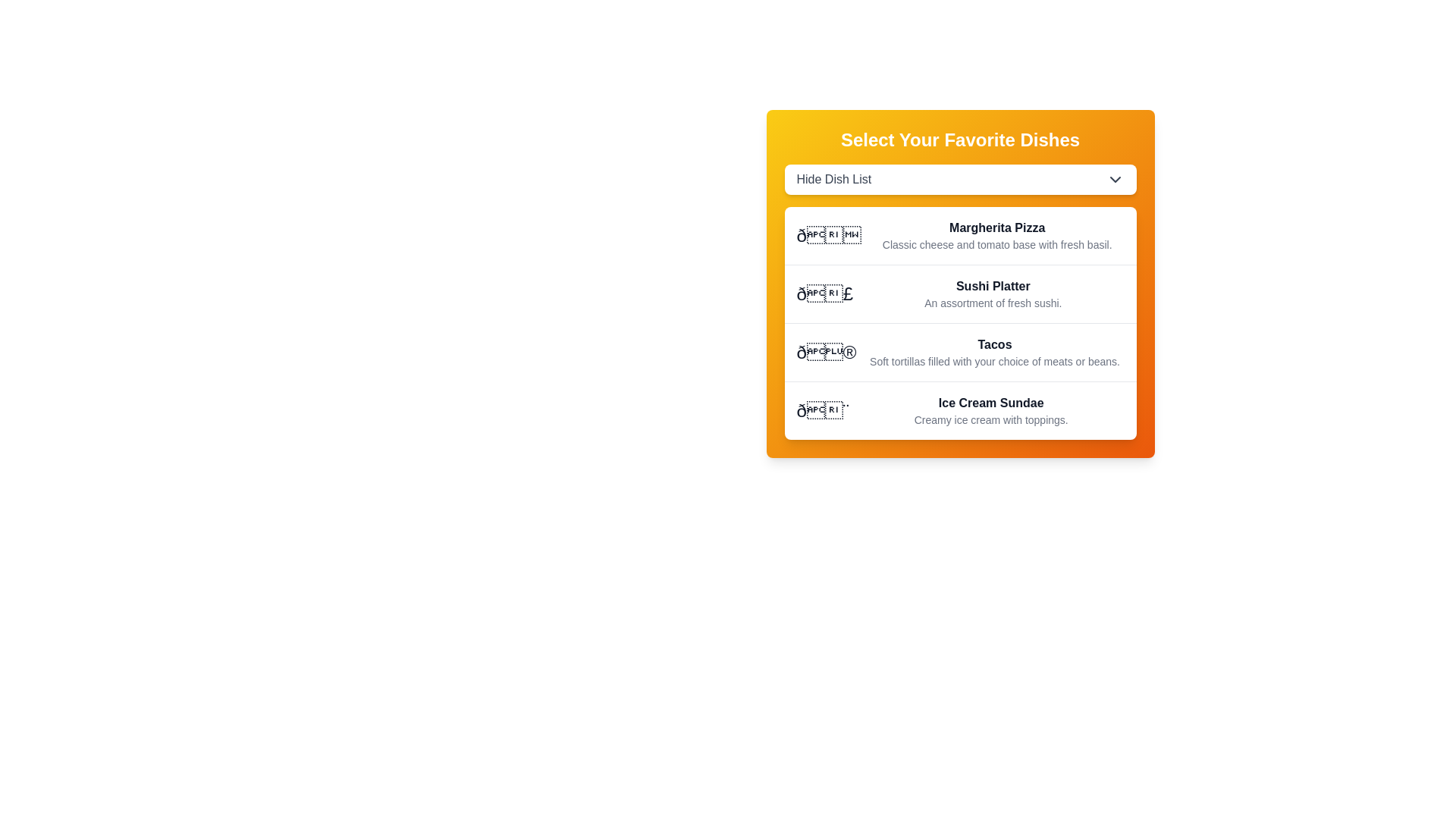 This screenshot has height=819, width=1456. I want to click on the List Item with Icon and Text that has the primary text 'Tacos', so click(959, 352).